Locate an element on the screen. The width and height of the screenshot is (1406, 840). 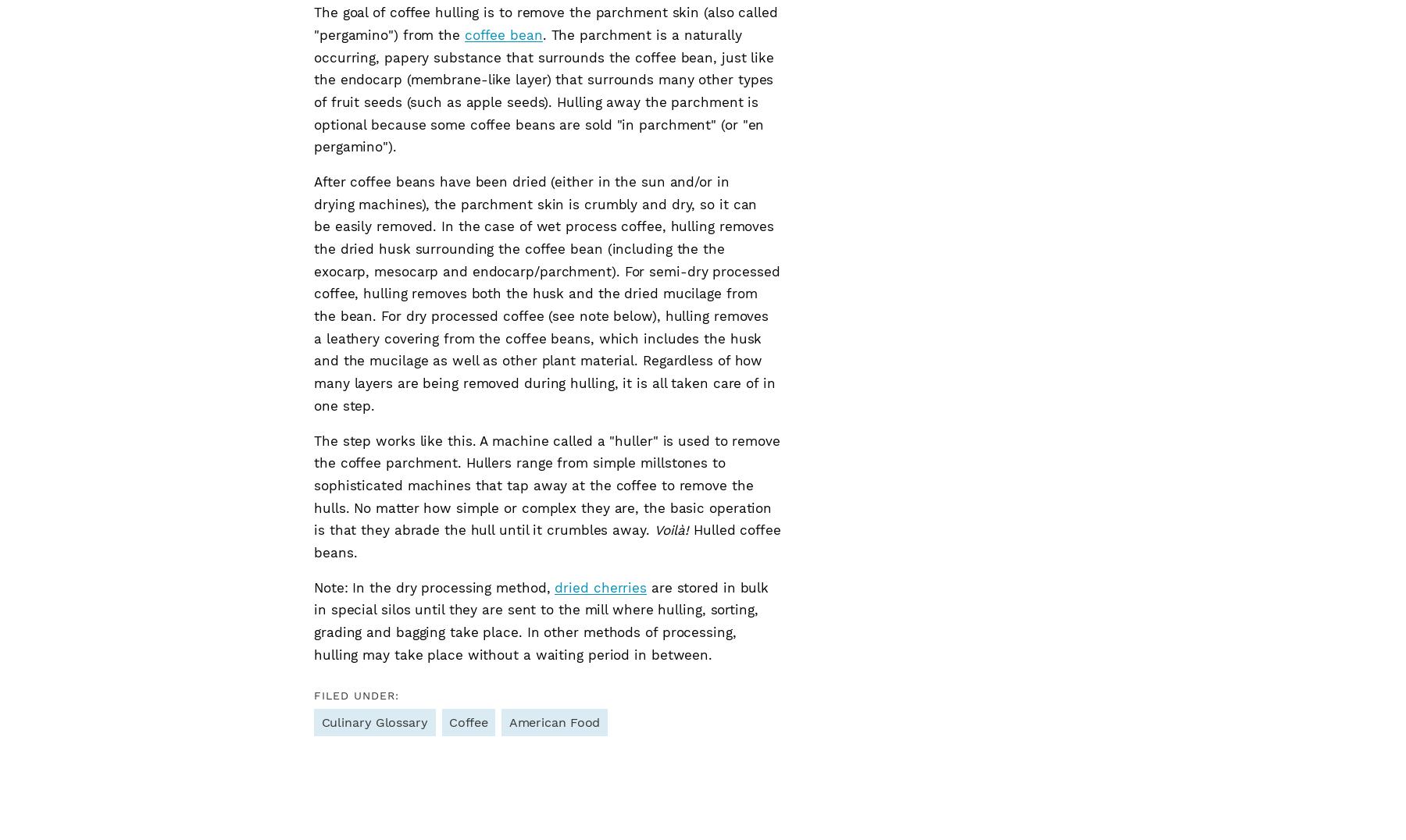
'coffee bean' is located at coordinates (503, 34).